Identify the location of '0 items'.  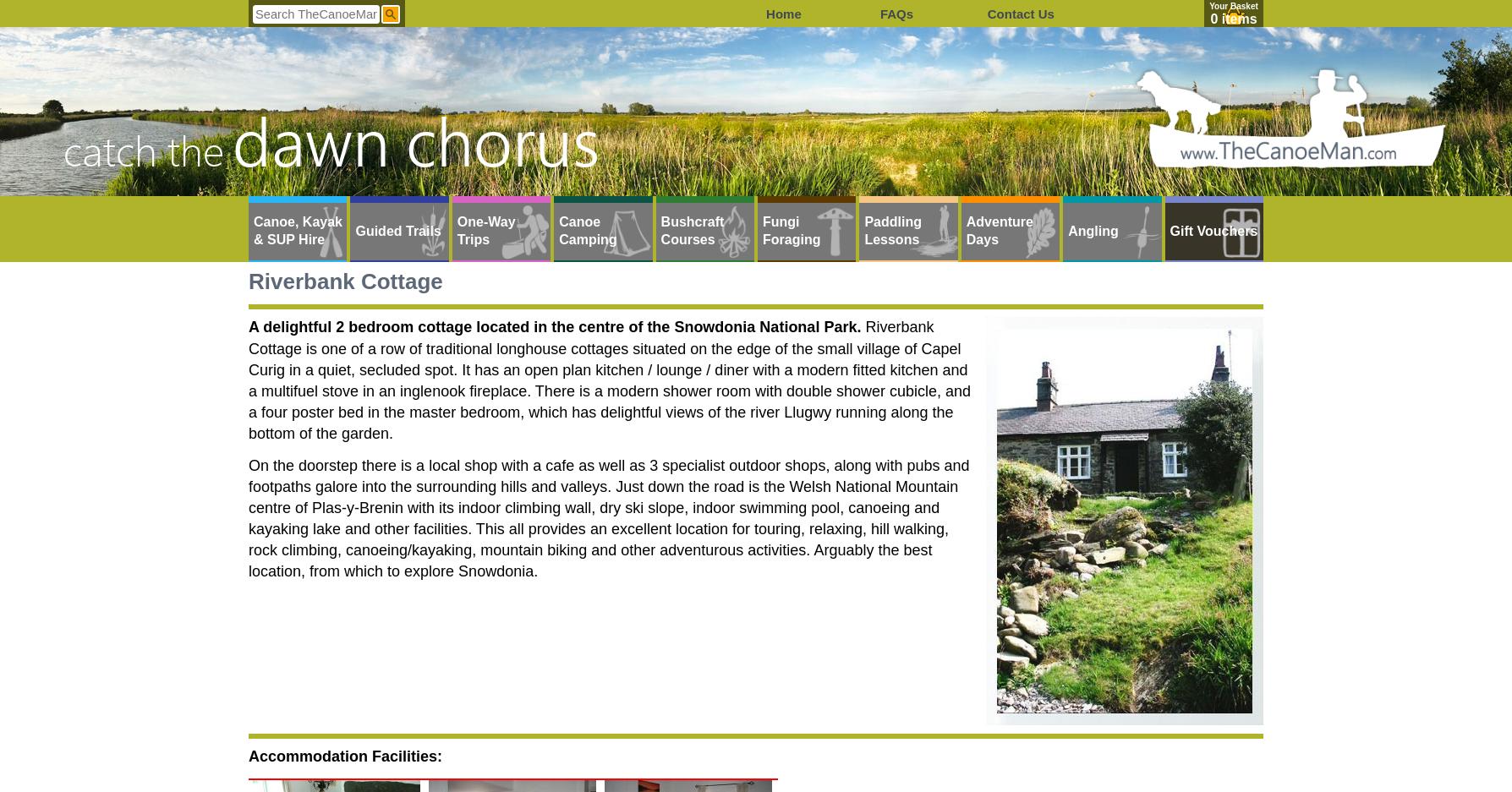
(1233, 18).